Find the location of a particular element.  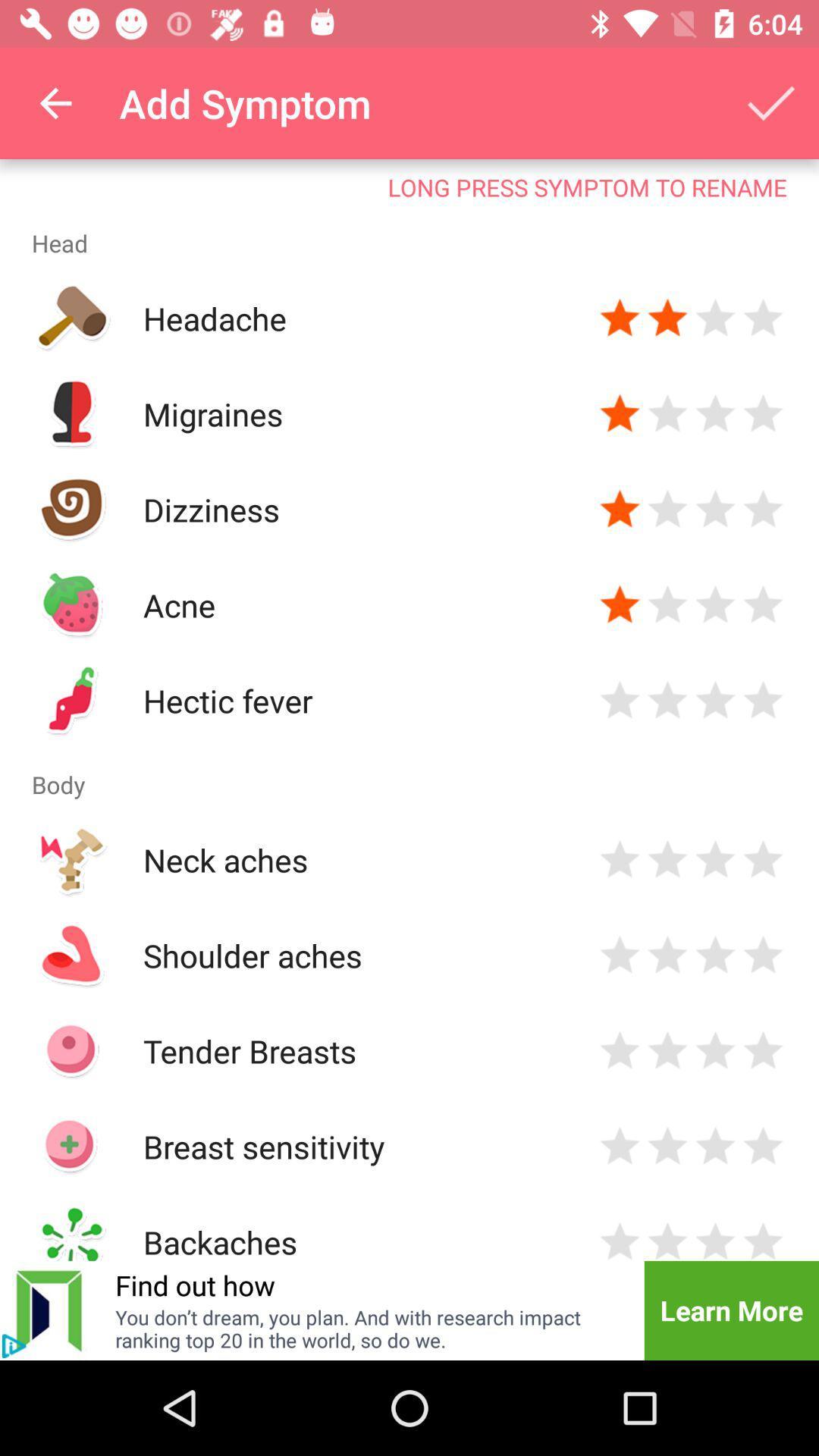

rate three stars is located at coordinates (715, 1050).